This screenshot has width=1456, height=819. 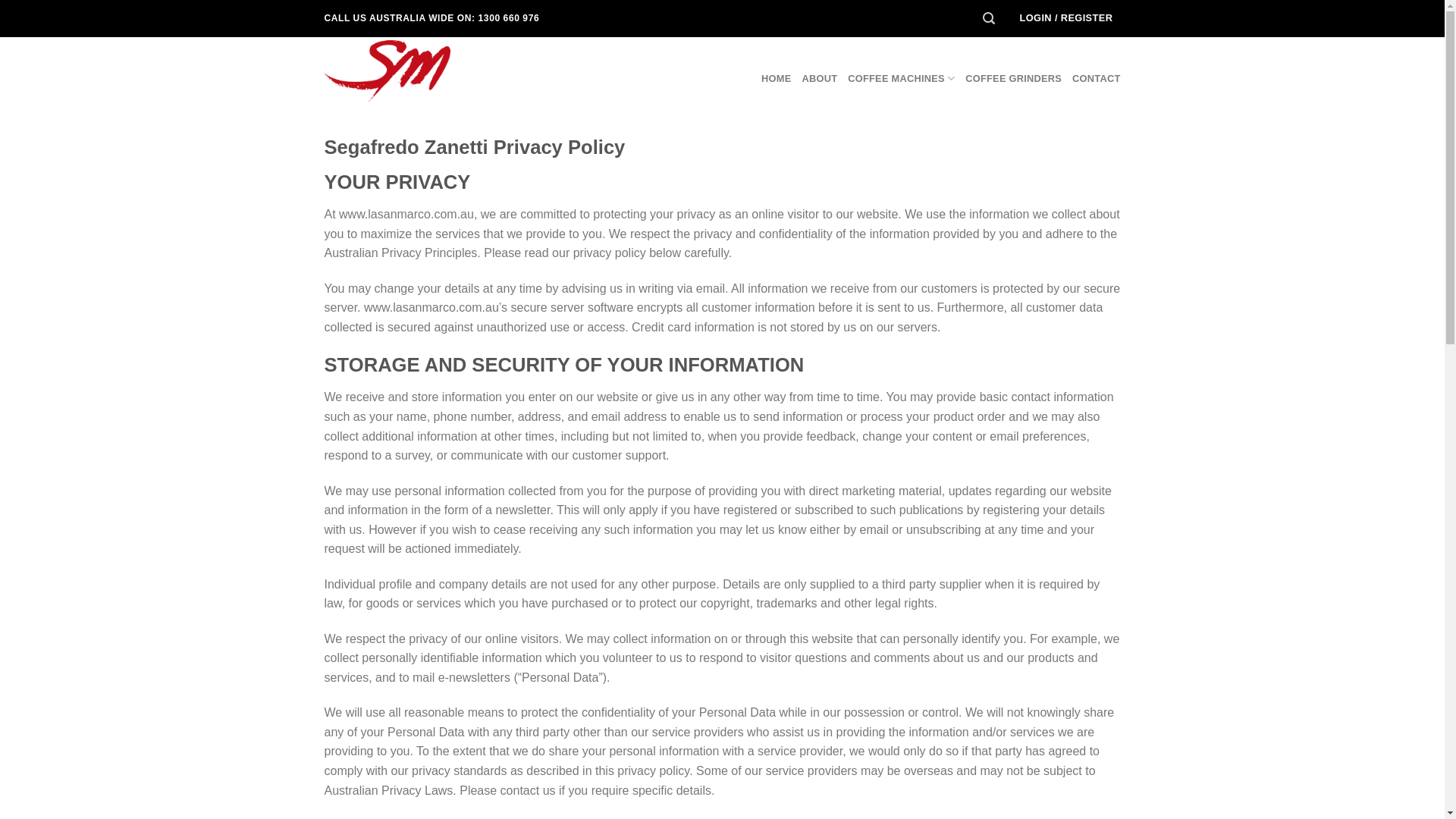 I want to click on 'COFFEE MACHINES', so click(x=901, y=78).